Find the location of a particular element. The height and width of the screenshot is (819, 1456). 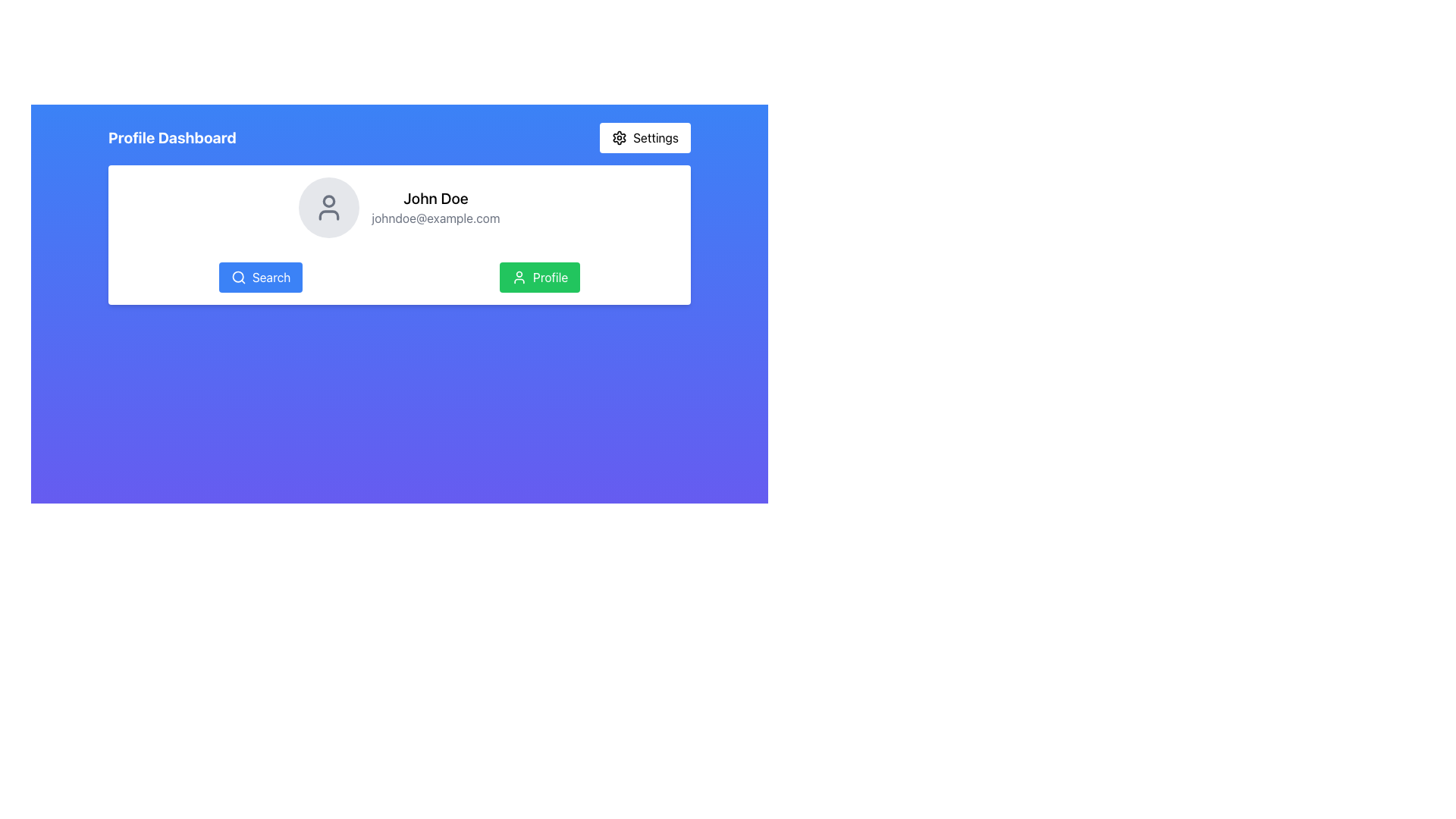

the first SVG graphical element that symbolizes settings, located in the top-right corner of the application interface near the 'Settings' label is located at coordinates (620, 137).